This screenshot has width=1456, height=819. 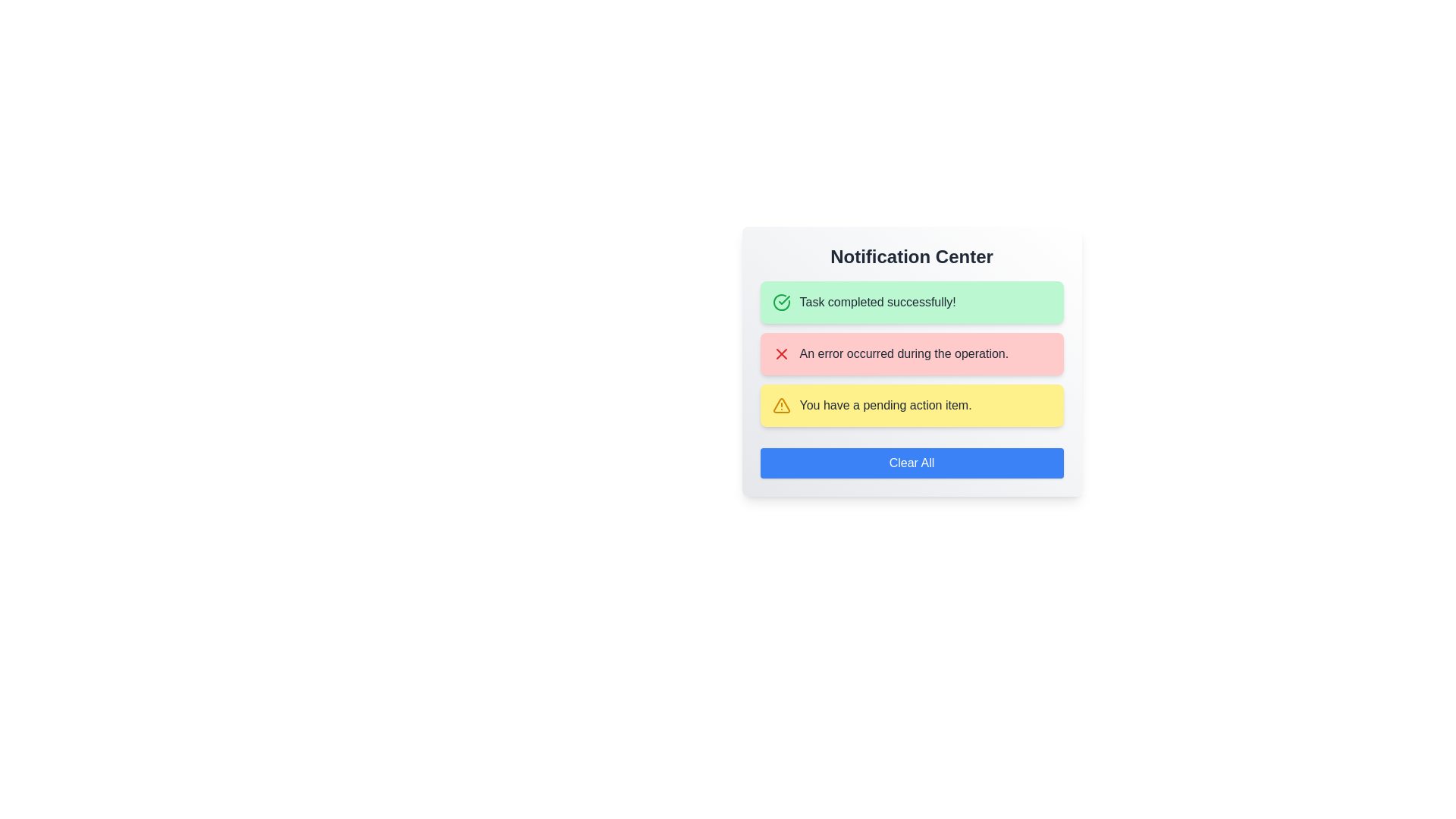 What do you see at coordinates (781, 353) in the screenshot?
I see `the red cross icon with diagonal lines forming an 'X' located in the second notification row with a pink background, to the left of the text 'An error occurred during the operation.'` at bounding box center [781, 353].